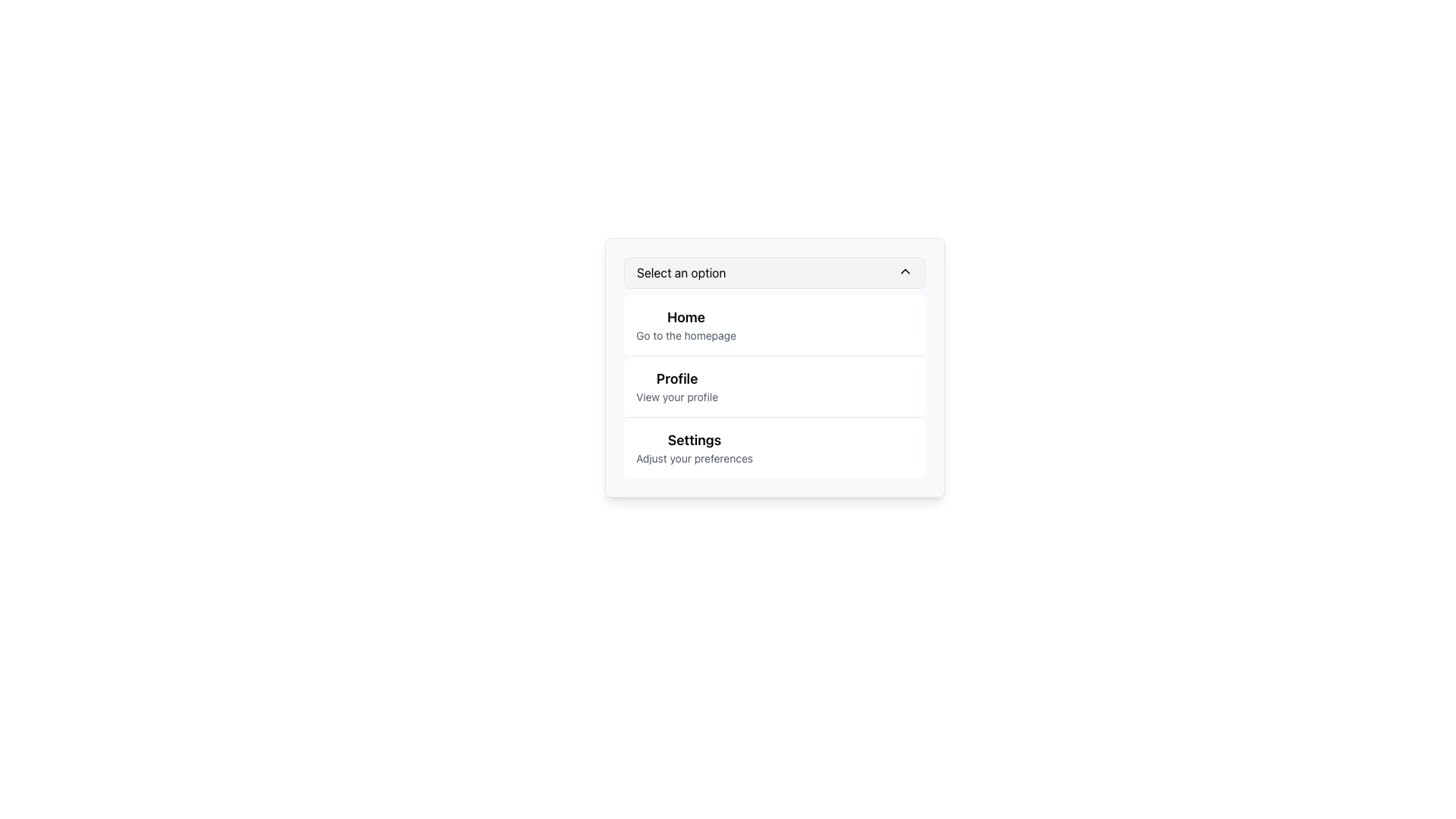  I want to click on the third item in the dropdown menu which allows the user, so click(775, 447).